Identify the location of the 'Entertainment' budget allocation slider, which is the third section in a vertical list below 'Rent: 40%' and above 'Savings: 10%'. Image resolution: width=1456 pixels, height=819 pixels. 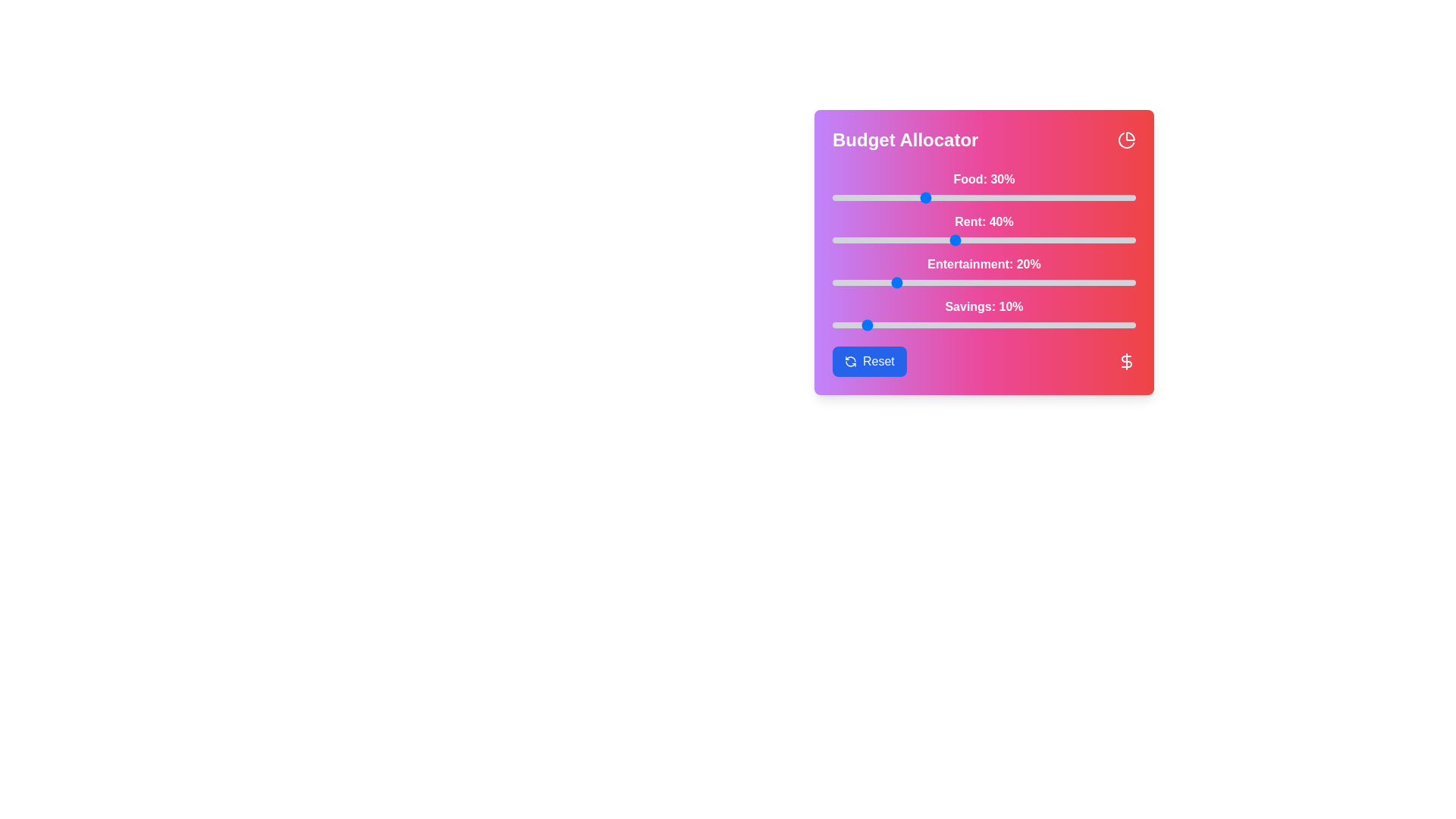
(984, 270).